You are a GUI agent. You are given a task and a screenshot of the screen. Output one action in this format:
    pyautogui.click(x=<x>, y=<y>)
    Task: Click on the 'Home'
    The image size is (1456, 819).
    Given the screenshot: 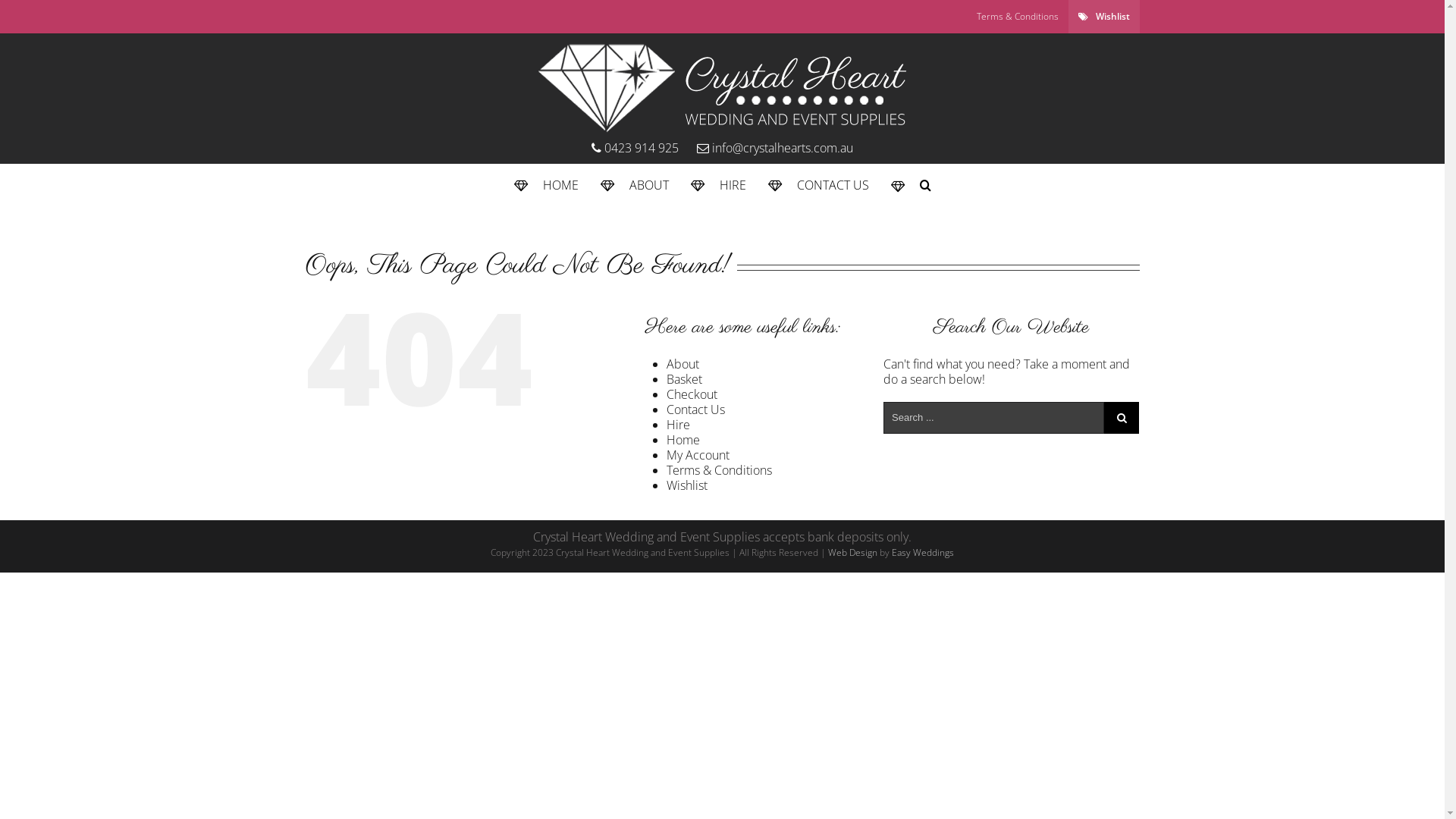 What is the action you would take?
    pyautogui.click(x=666, y=439)
    